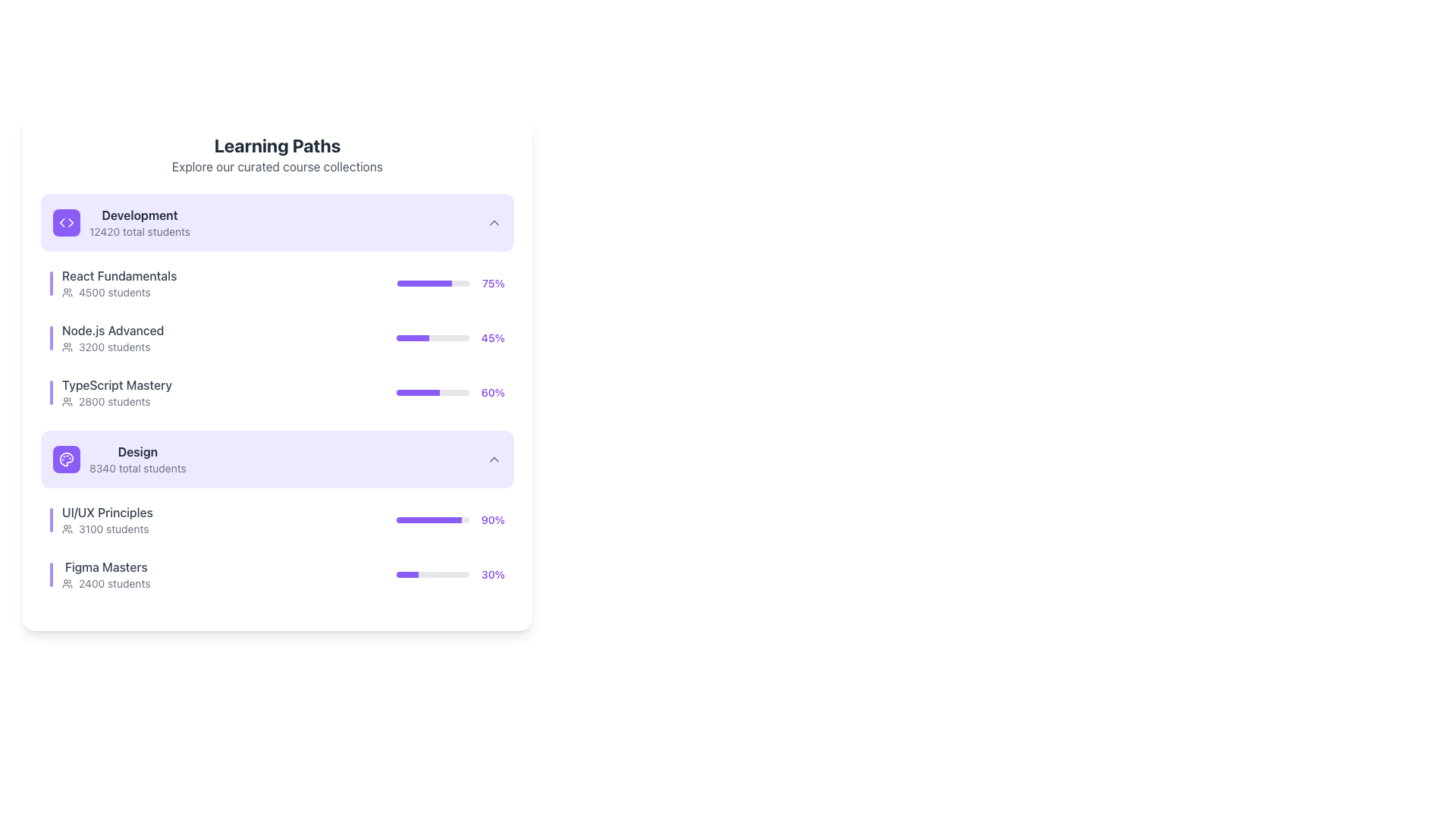  What do you see at coordinates (67, 583) in the screenshot?
I see `the SVG icon representing a group of people, located to the left of the text '2400 students' in the 'Figma Masters' entry within the 'Design' section of the list` at bounding box center [67, 583].